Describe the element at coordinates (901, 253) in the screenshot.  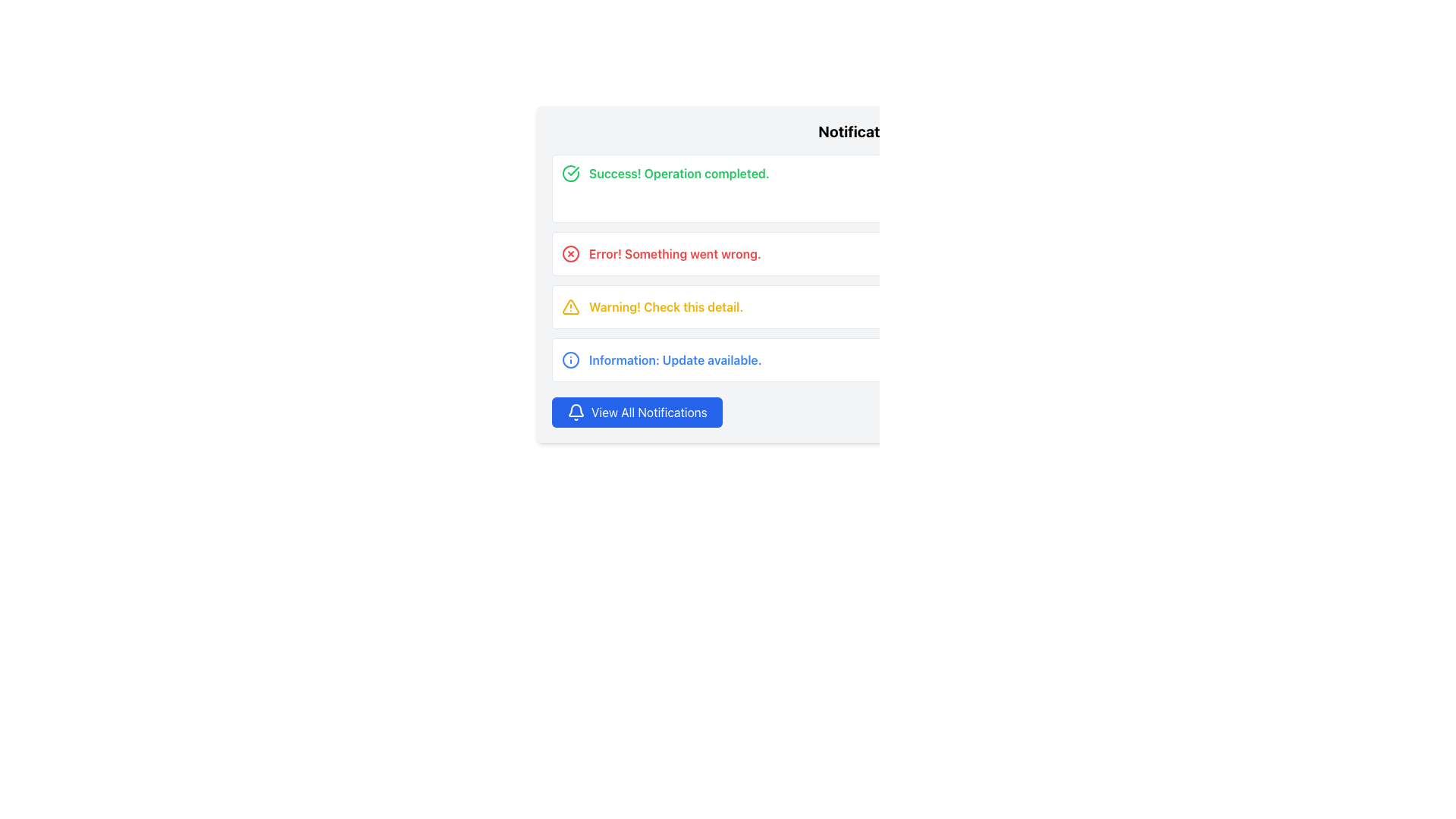
I see `the second notification card in the Notification Dashboard` at that location.